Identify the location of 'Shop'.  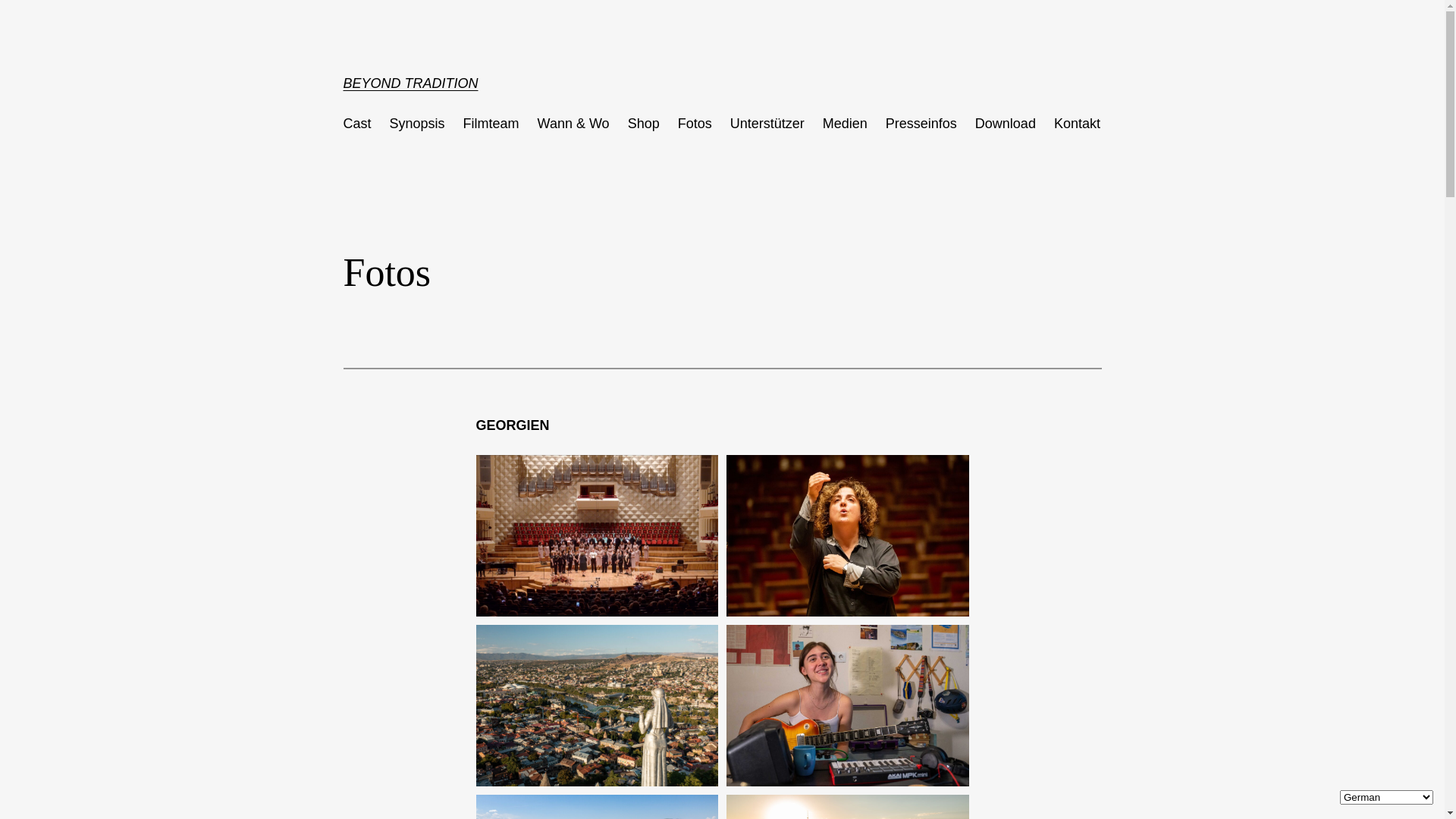
(628, 123).